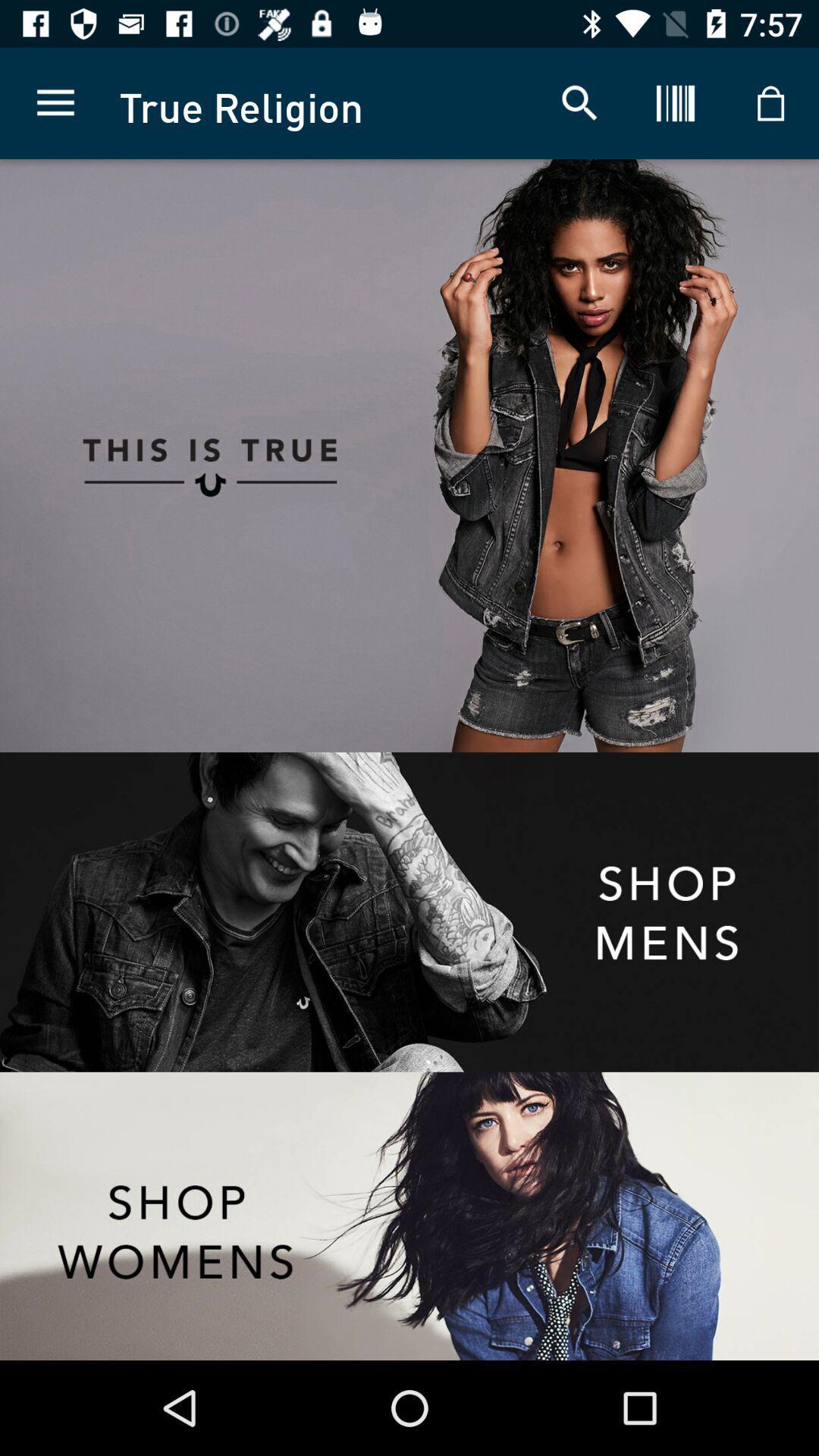 The height and width of the screenshot is (1456, 819). I want to click on item next to the true religion icon, so click(55, 102).